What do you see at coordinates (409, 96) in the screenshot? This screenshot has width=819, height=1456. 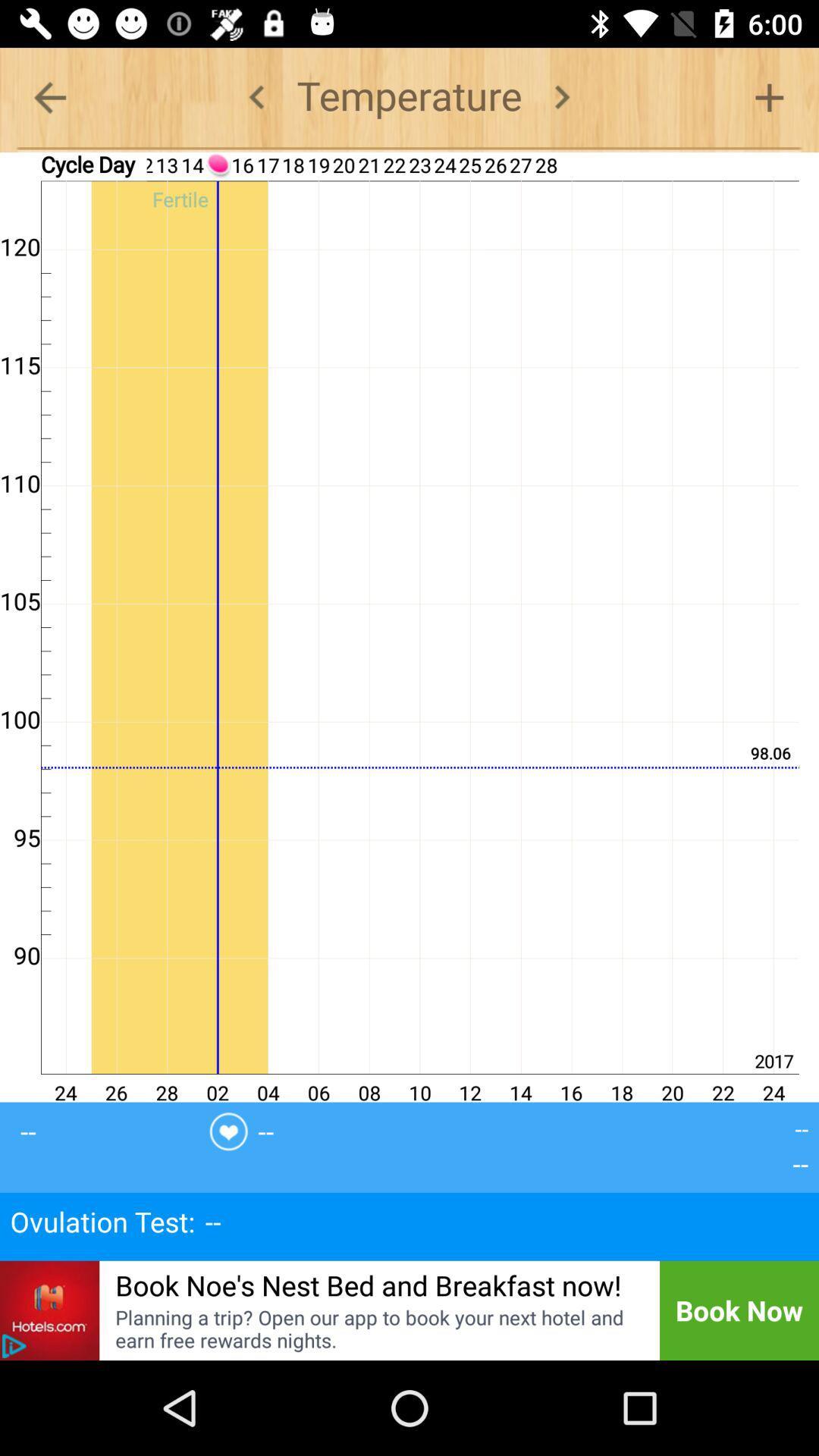 I see `temperature item` at bounding box center [409, 96].